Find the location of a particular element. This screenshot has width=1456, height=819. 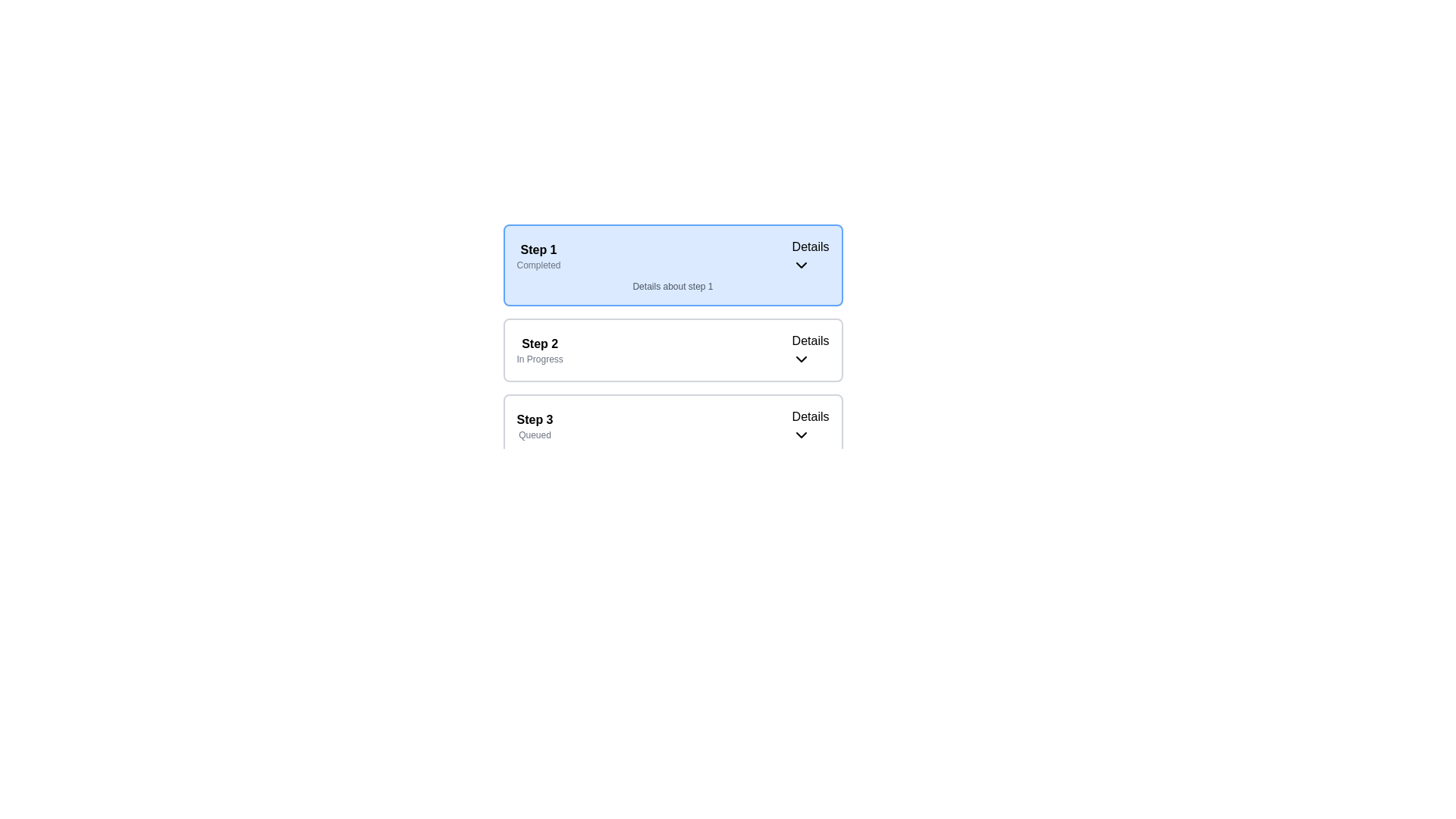

status indicator label located at the lower-left section of the blue-highlighted box for 'Step 1', which is the second line of text below the bolded 'Step 1' label is located at coordinates (538, 265).